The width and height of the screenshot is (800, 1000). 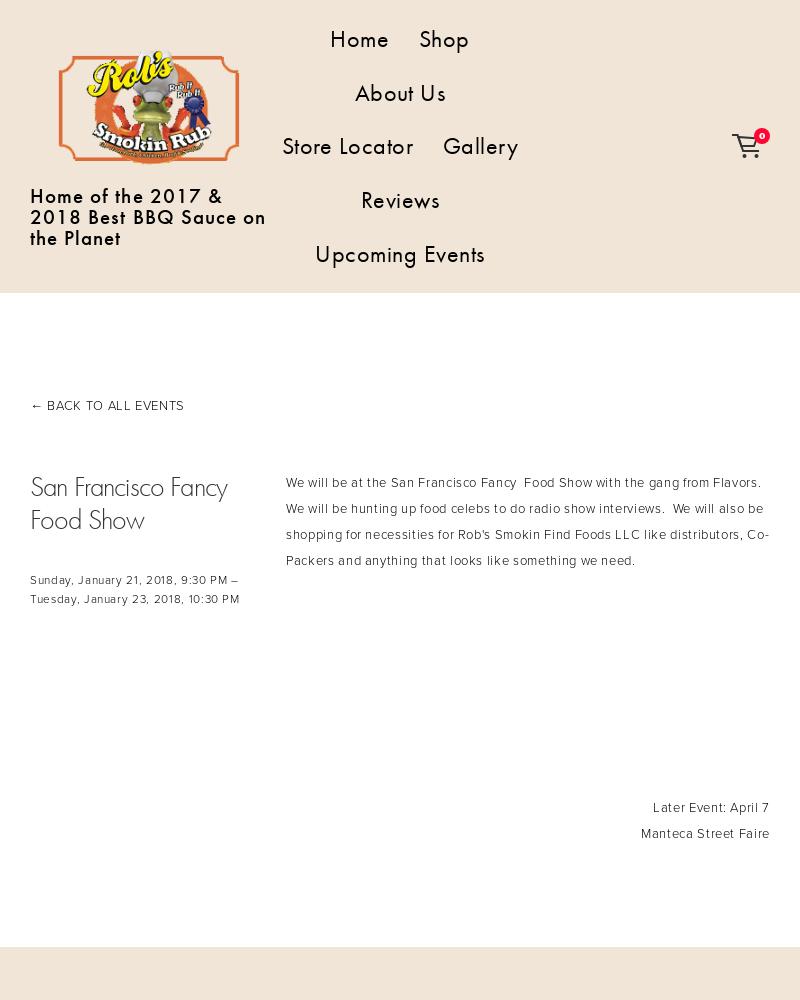 What do you see at coordinates (398, 252) in the screenshot?
I see `'Upcoming Events'` at bounding box center [398, 252].